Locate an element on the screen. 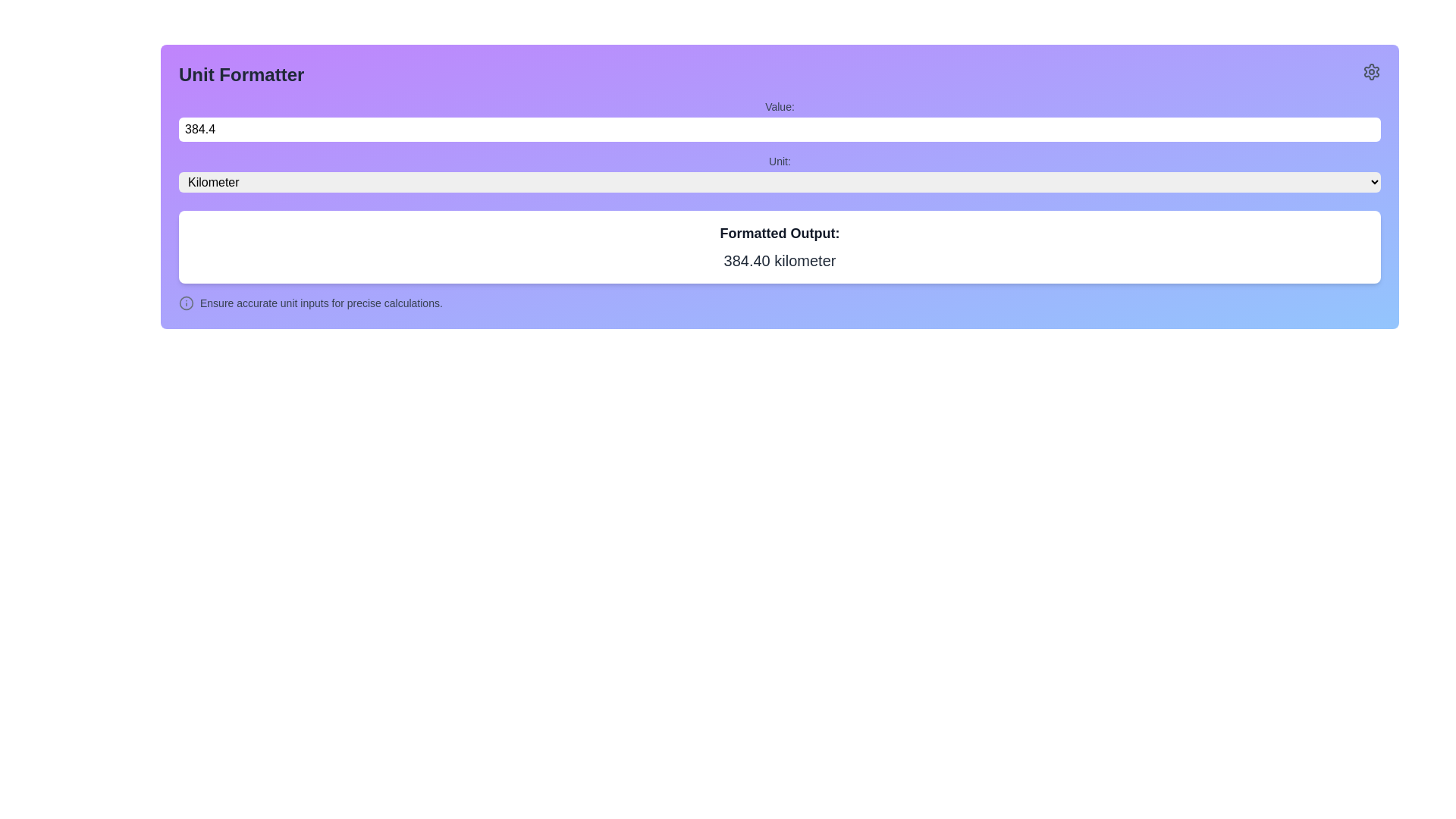  the static text label that serves as a context label for the unit-selection dropdown, located to the left of the dropdown menu is located at coordinates (780, 161).